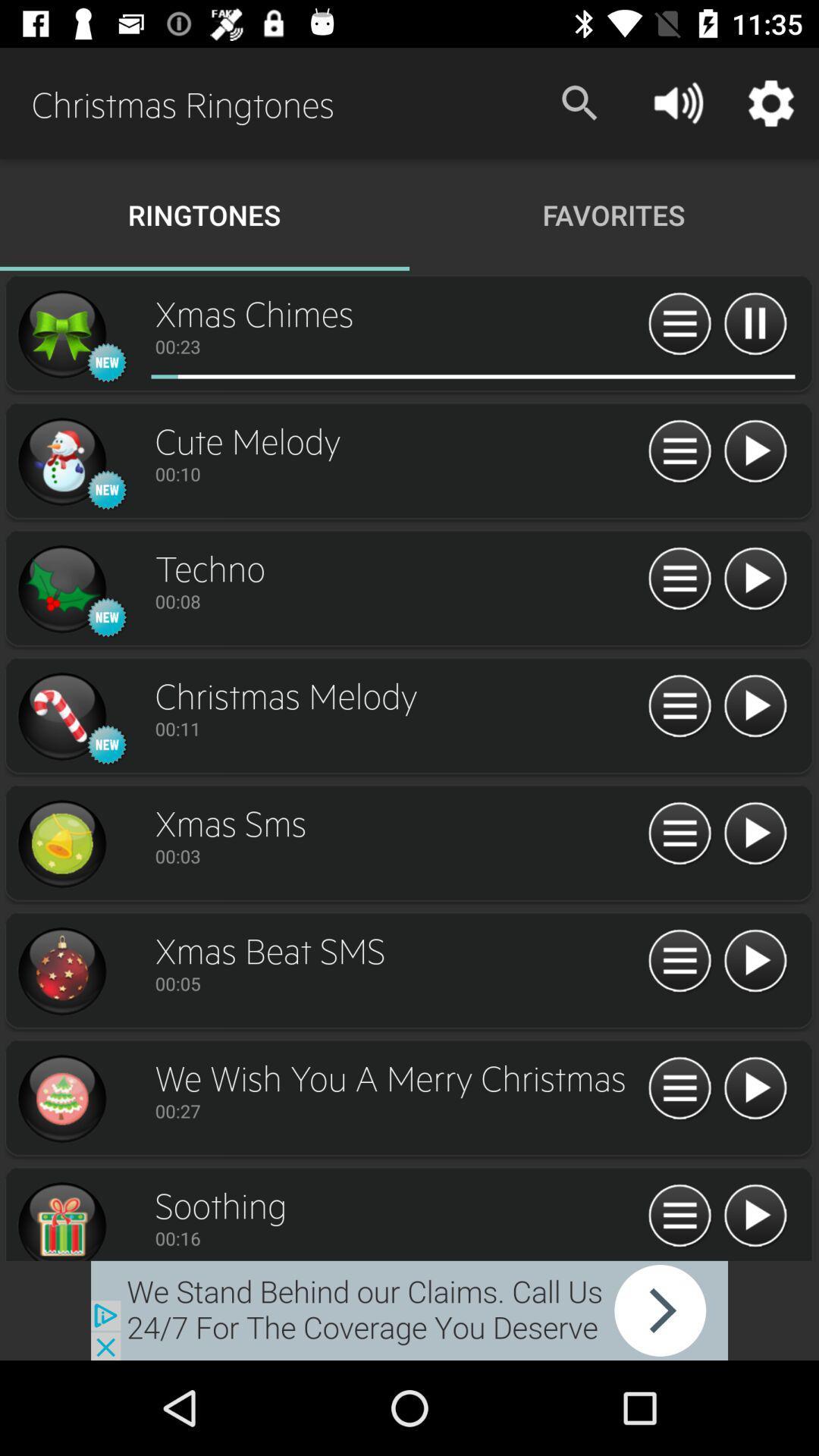 This screenshot has width=819, height=1456. What do you see at coordinates (61, 461) in the screenshot?
I see `logo` at bounding box center [61, 461].